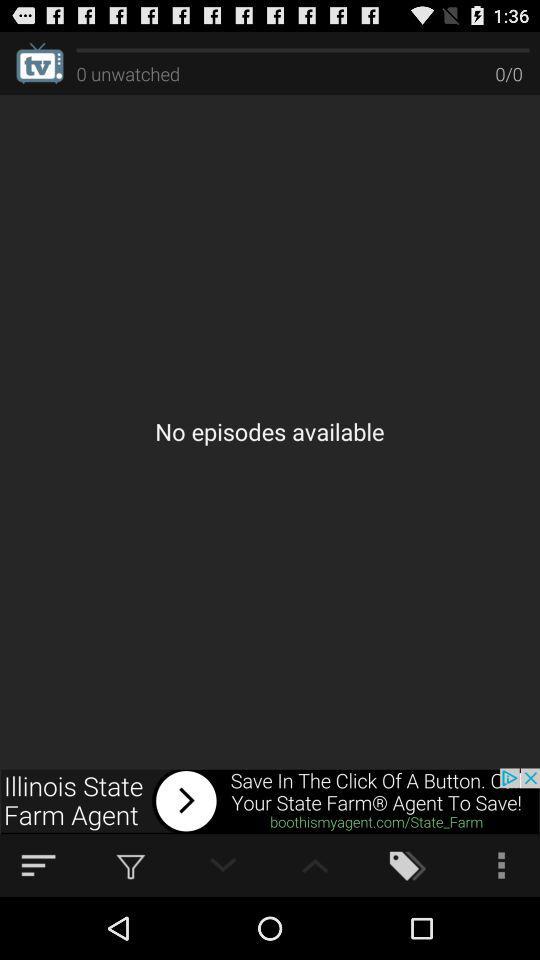  I want to click on open add for state farm, so click(270, 801).